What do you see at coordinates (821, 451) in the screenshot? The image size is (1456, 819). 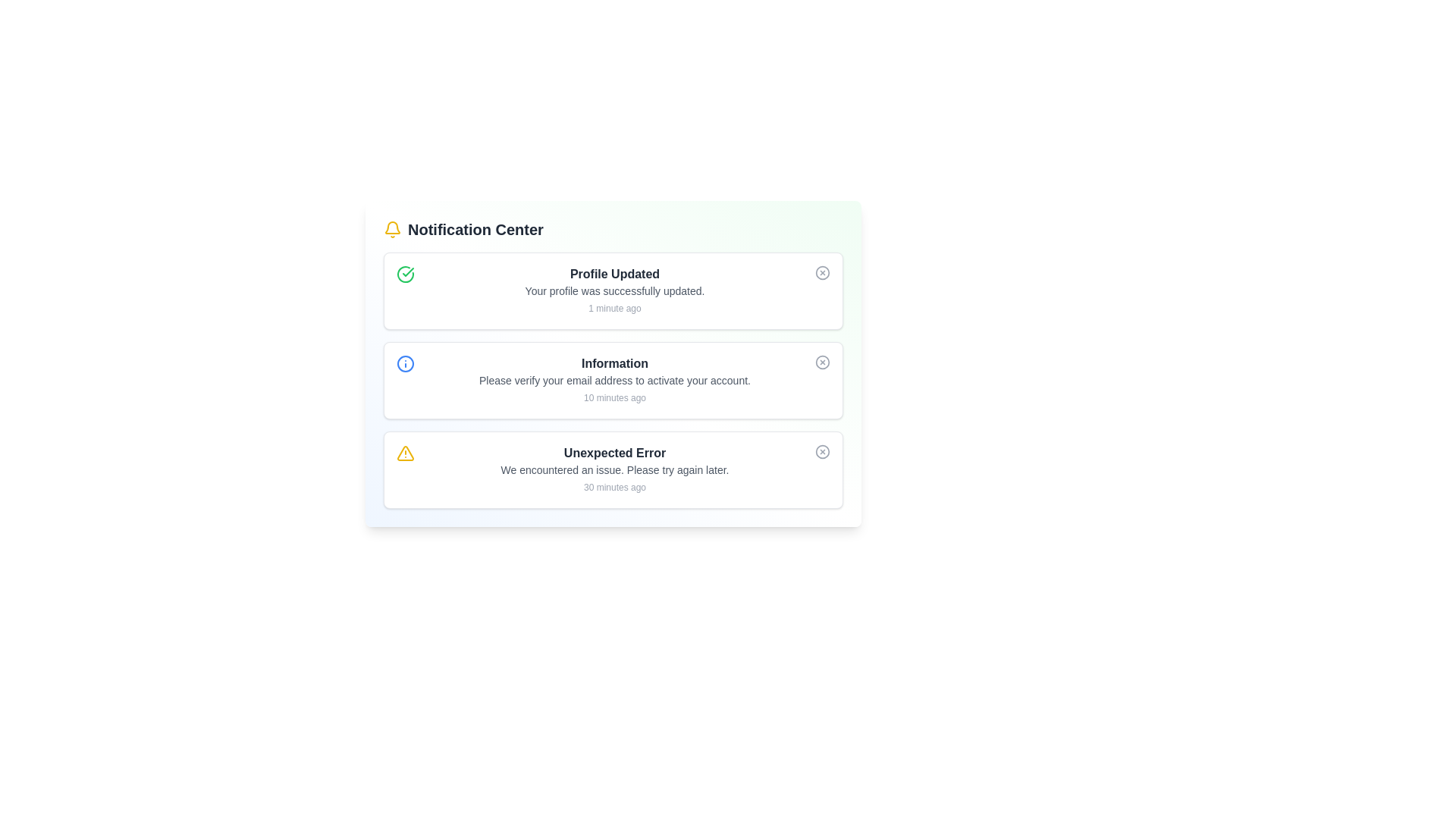 I see `the close button for the alert titled 'Unexpected Error'` at bounding box center [821, 451].